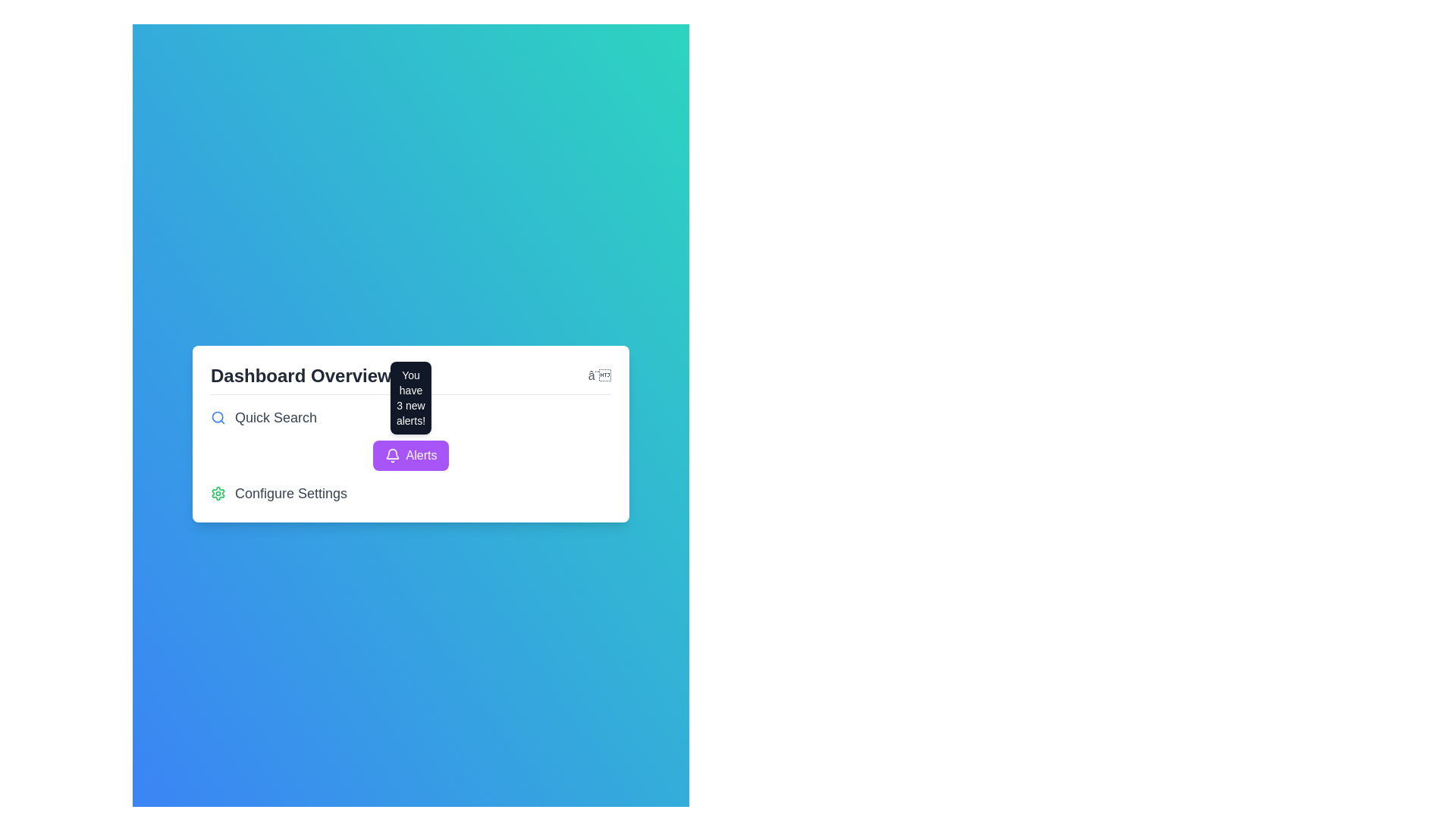 The image size is (1456, 819). Describe the element at coordinates (392, 454) in the screenshot. I see `the bell-shaped icon within the purple 'Alerts' button, which is located at the bottom of the card interface` at that location.